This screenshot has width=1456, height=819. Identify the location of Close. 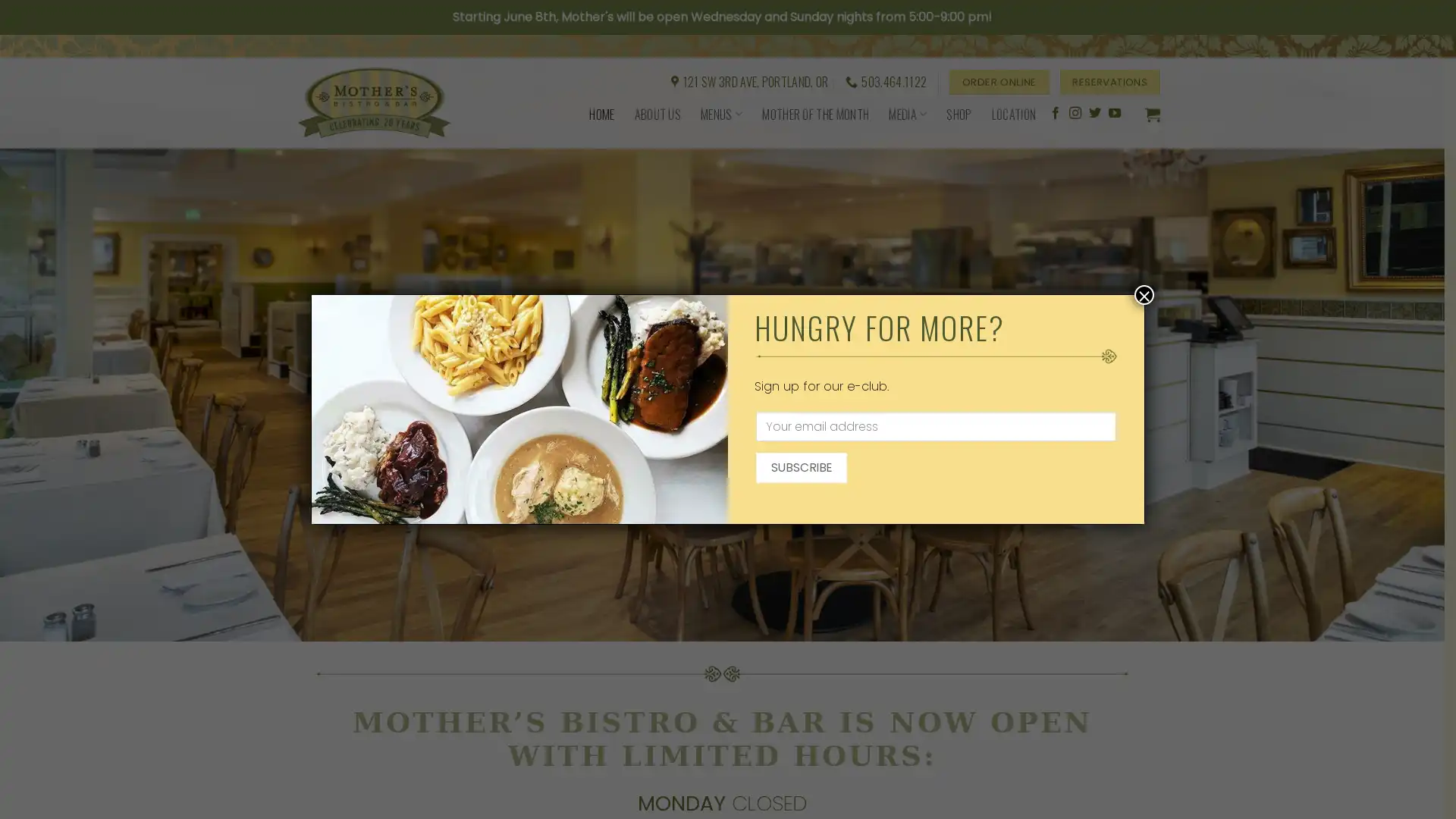
(1144, 295).